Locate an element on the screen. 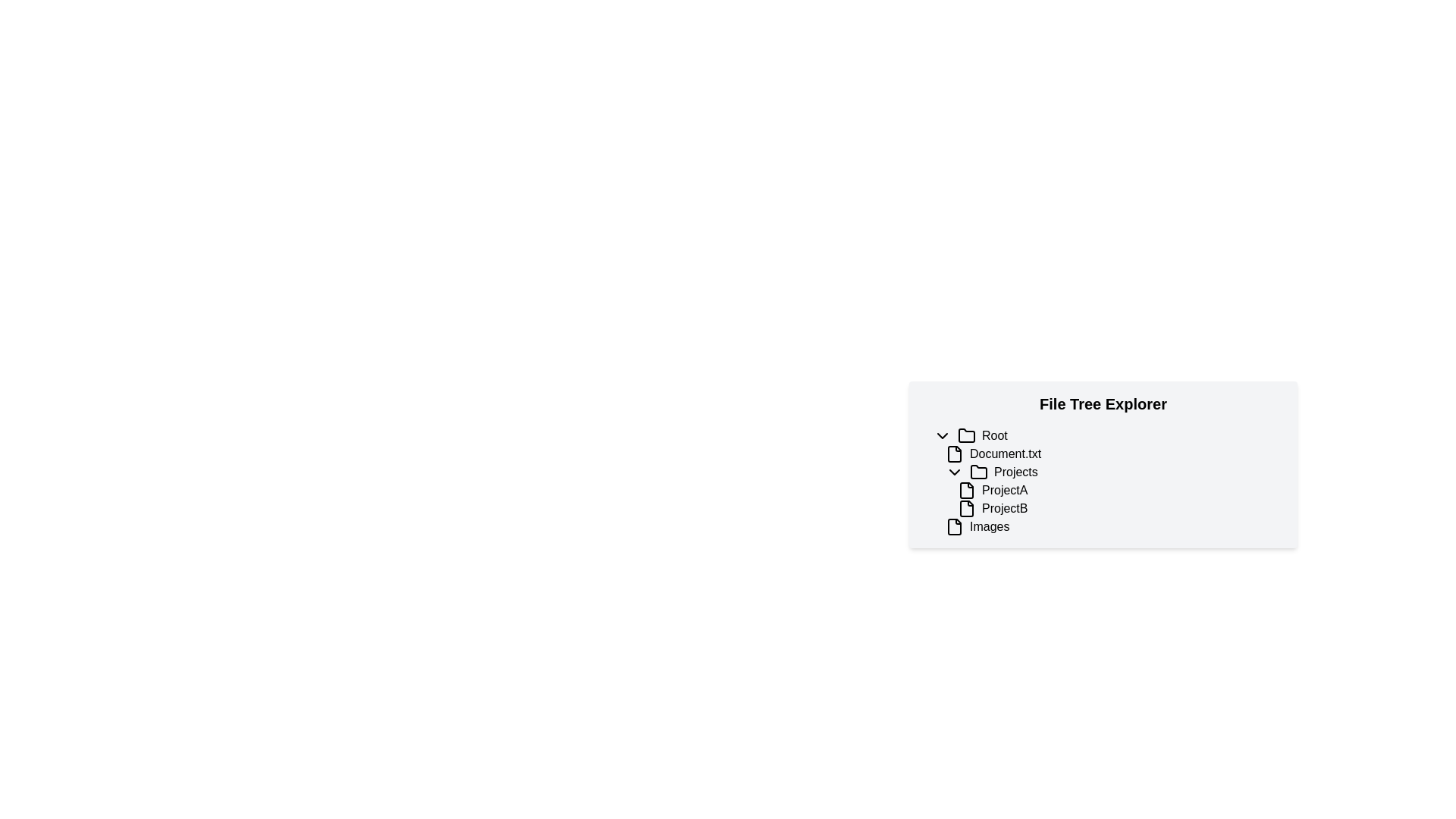 This screenshot has height=819, width=1456. the document icon, which is a stylized sheet of paper with a folded upper right corner, located within the 'ProjectB' sub-item of the project's file tree is located at coordinates (966, 509).